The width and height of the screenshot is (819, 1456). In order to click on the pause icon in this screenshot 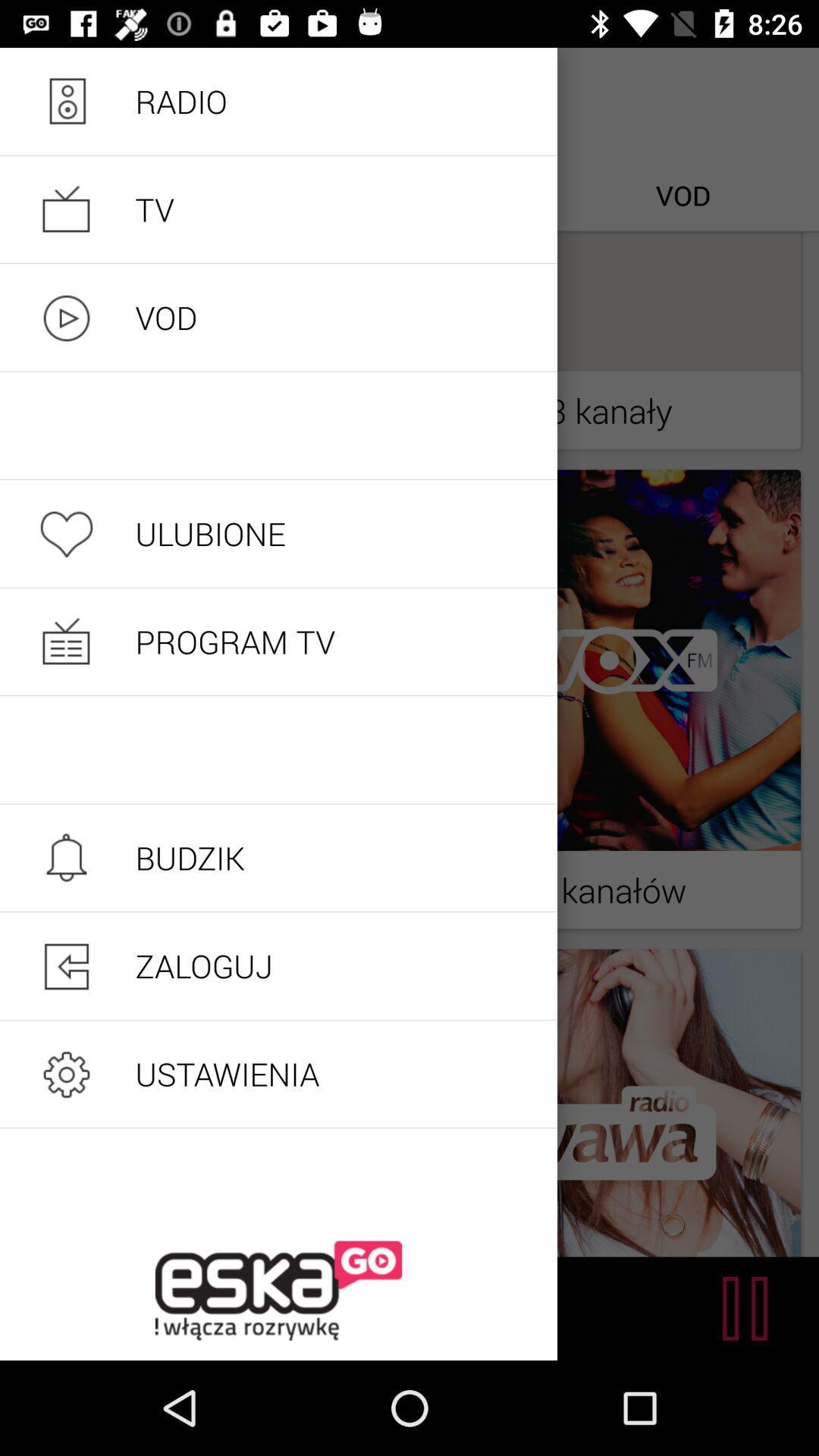, I will do `click(748, 1307)`.